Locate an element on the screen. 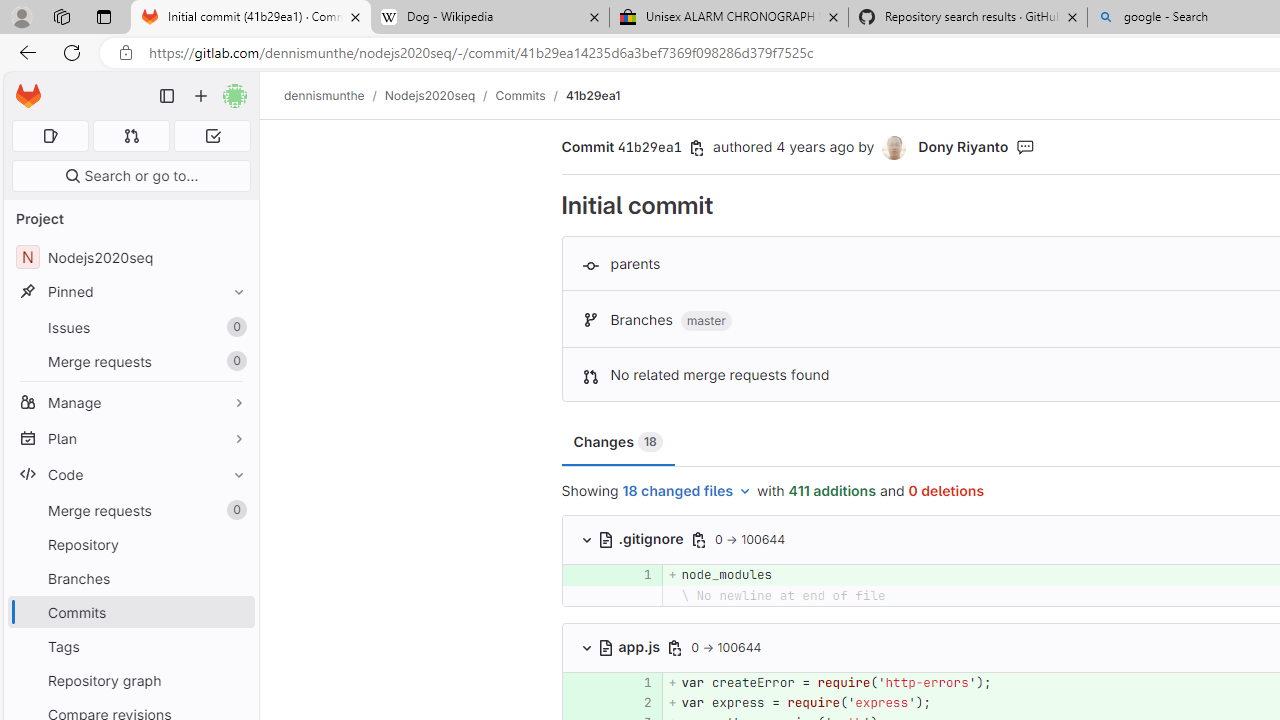 The height and width of the screenshot is (720, 1280). 'Primary navigation sidebar' is located at coordinates (167, 96).